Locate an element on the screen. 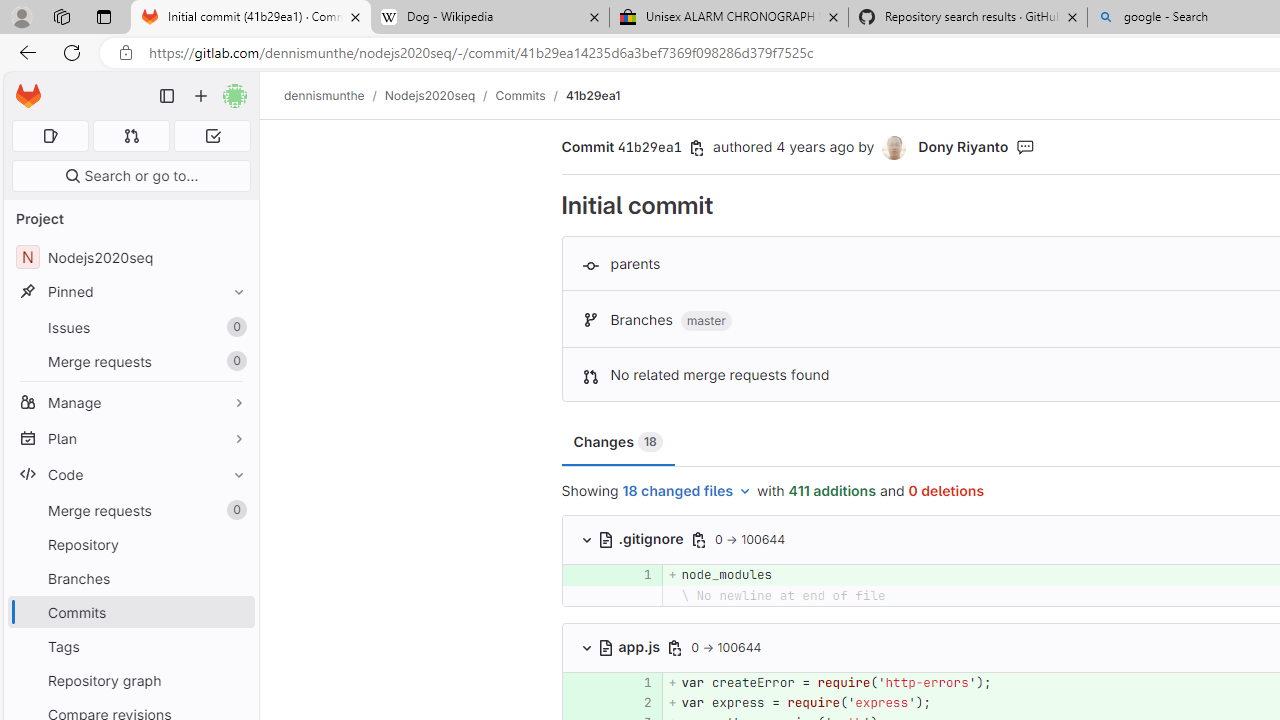 The height and width of the screenshot is (720, 1280). 'Primary navigation sidebar' is located at coordinates (167, 96).